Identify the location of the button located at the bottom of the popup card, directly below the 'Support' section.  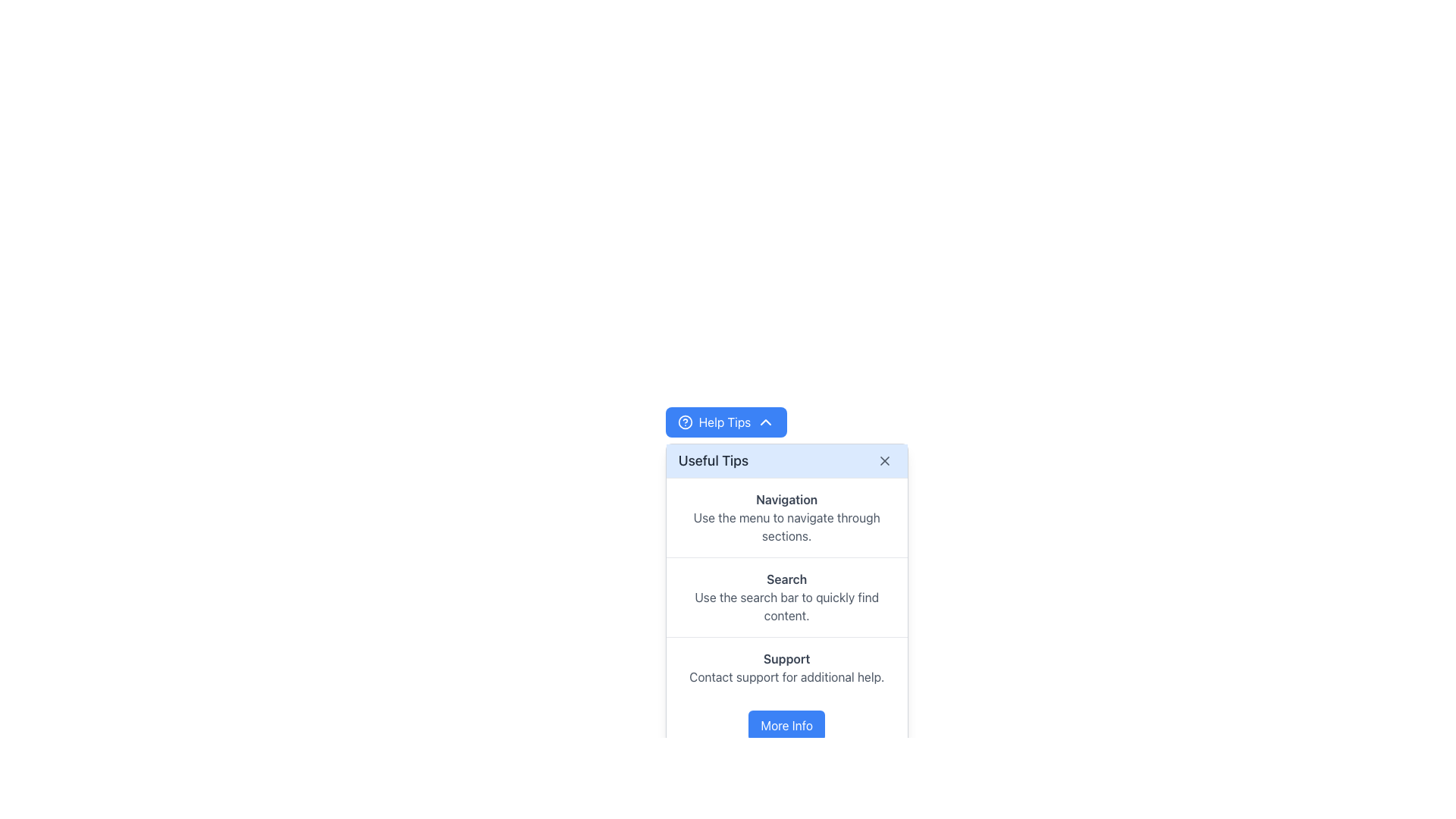
(786, 724).